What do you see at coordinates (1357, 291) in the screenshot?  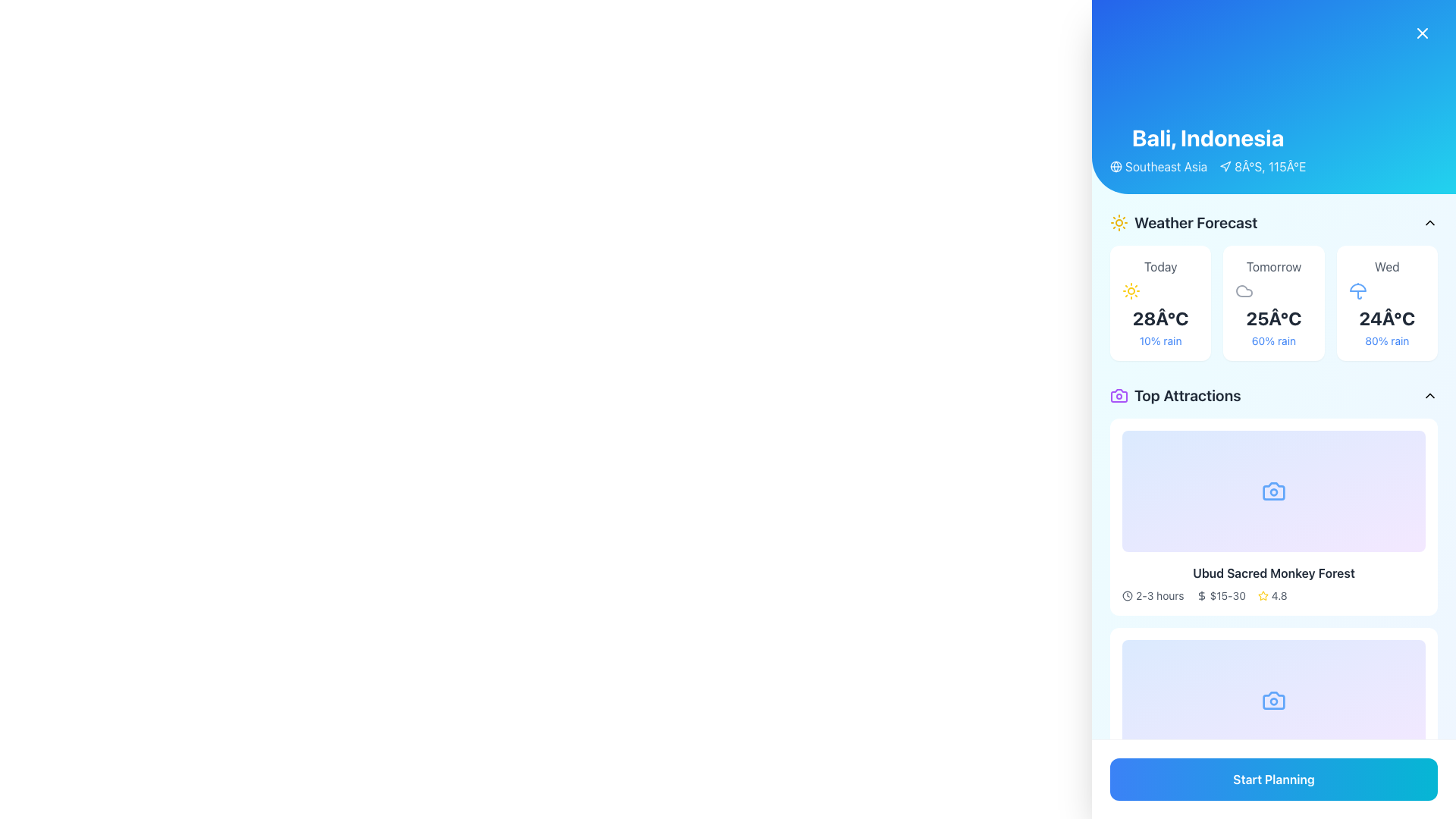 I see `the blue umbrella icon in the Weather Forecast section` at bounding box center [1357, 291].